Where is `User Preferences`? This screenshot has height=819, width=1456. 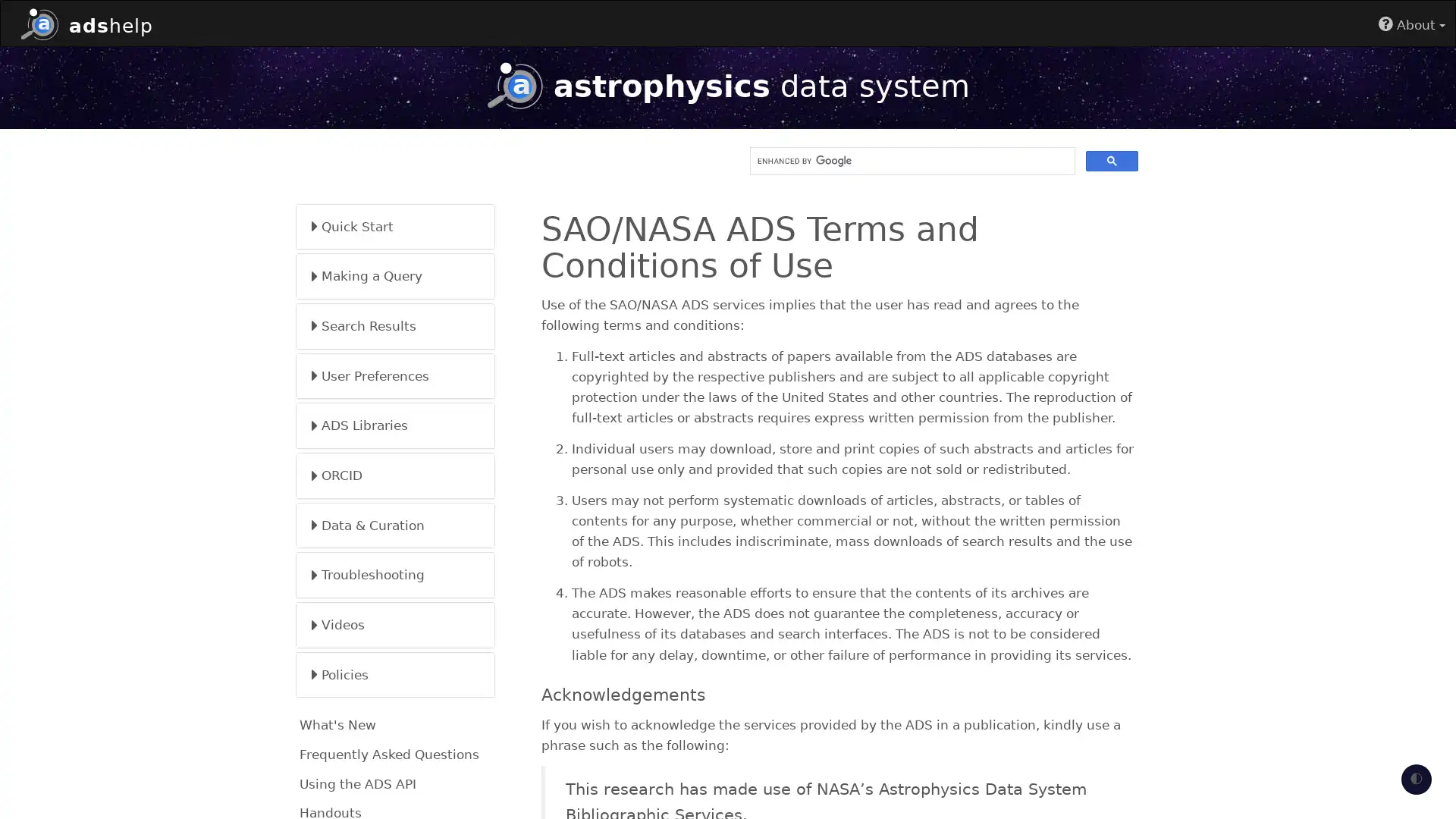 User Preferences is located at coordinates (395, 375).